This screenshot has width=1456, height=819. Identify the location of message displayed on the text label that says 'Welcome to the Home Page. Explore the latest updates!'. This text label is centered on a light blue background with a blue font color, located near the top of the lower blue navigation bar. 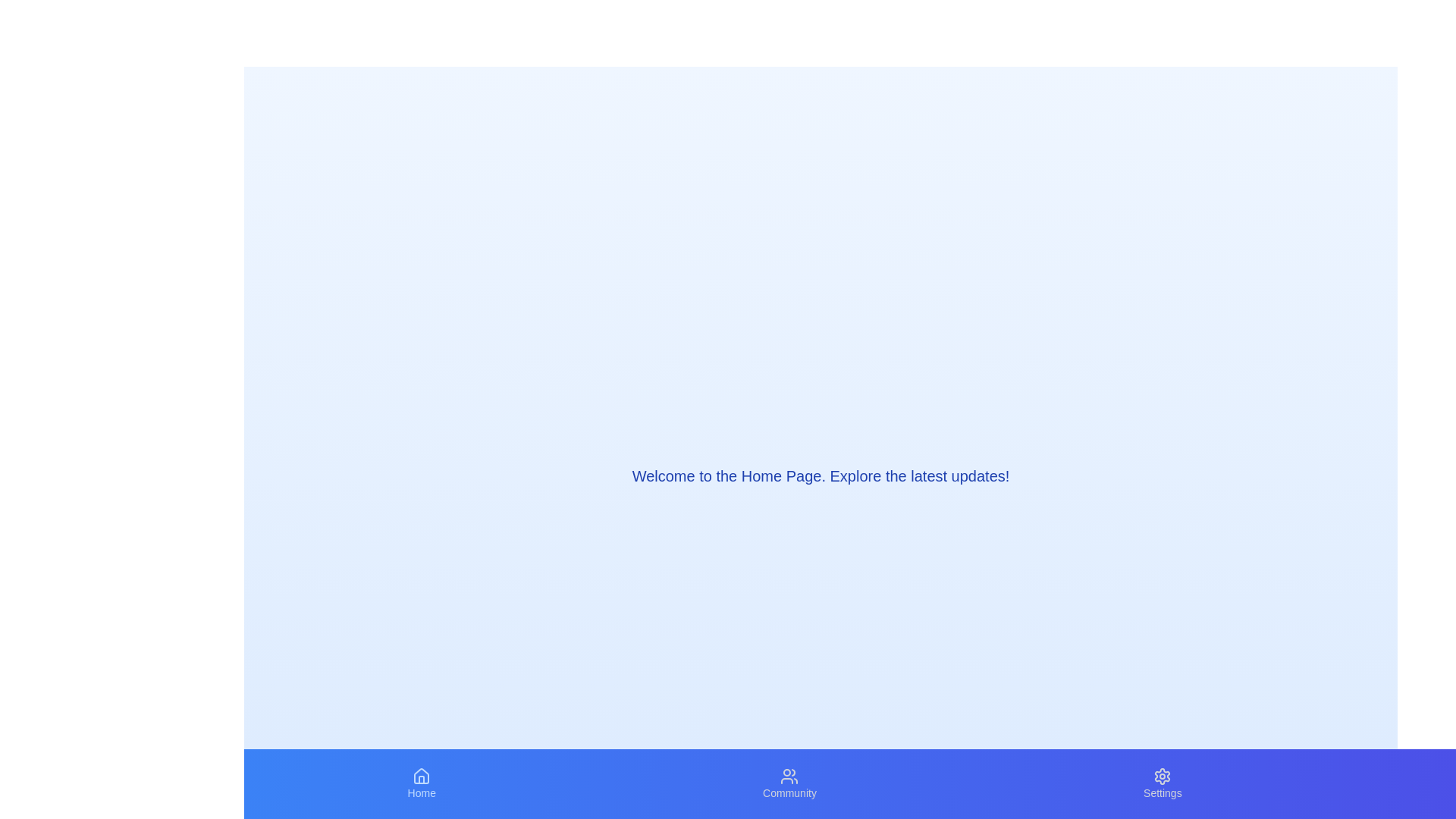
(820, 475).